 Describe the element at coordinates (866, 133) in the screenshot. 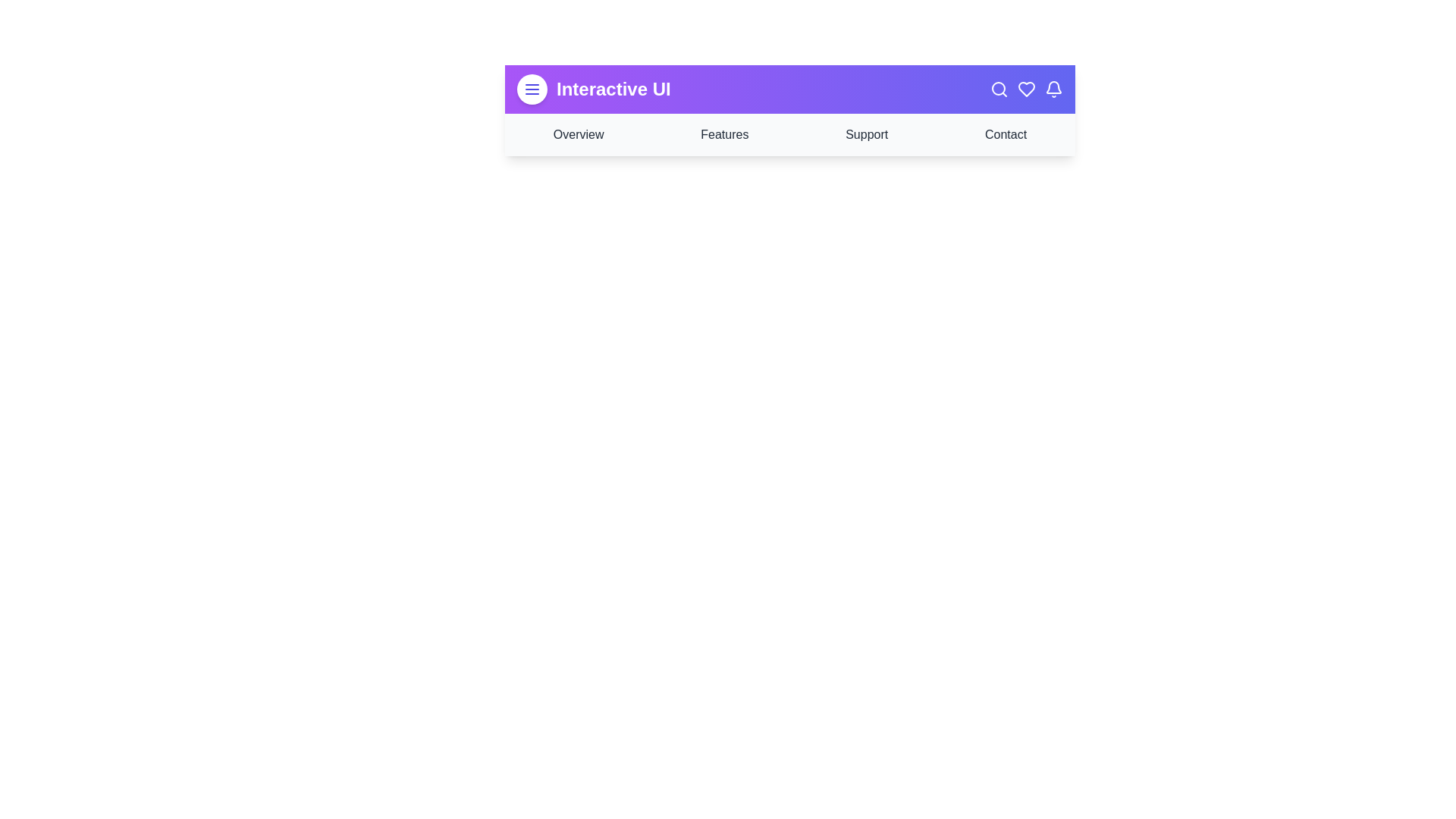

I see `the navigation bar item labeled 'Support'` at that location.